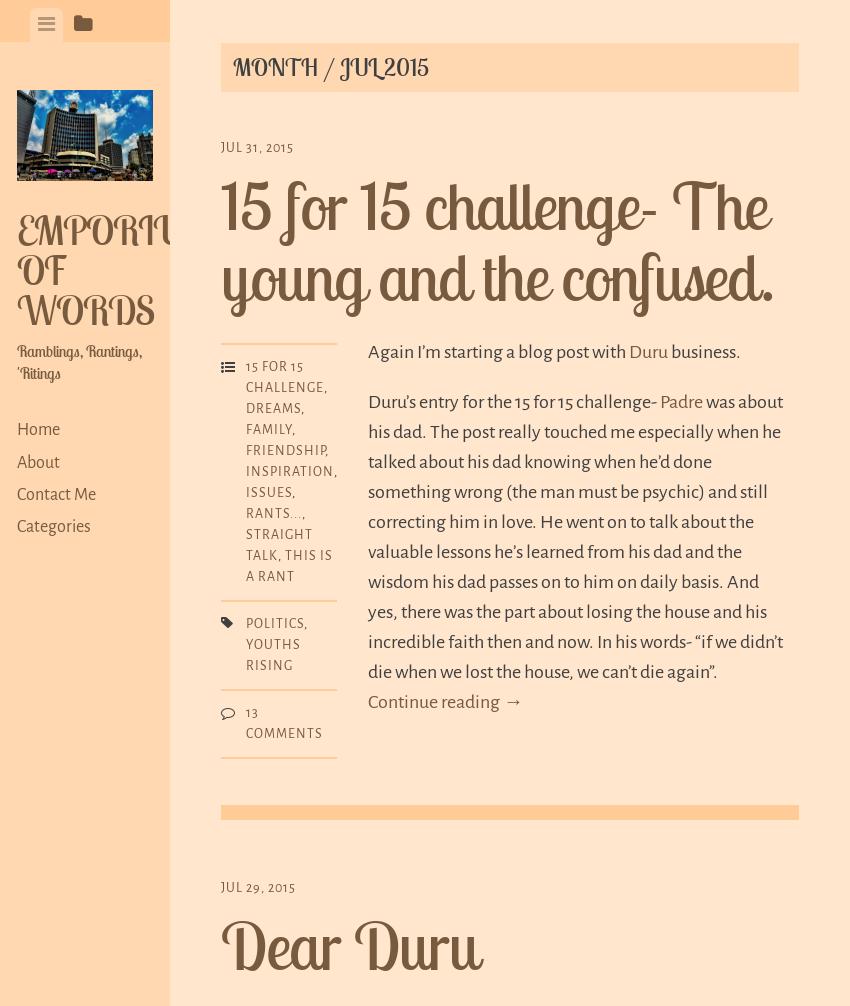 The width and height of the screenshot is (850, 1006). I want to click on 'business.', so click(703, 349).